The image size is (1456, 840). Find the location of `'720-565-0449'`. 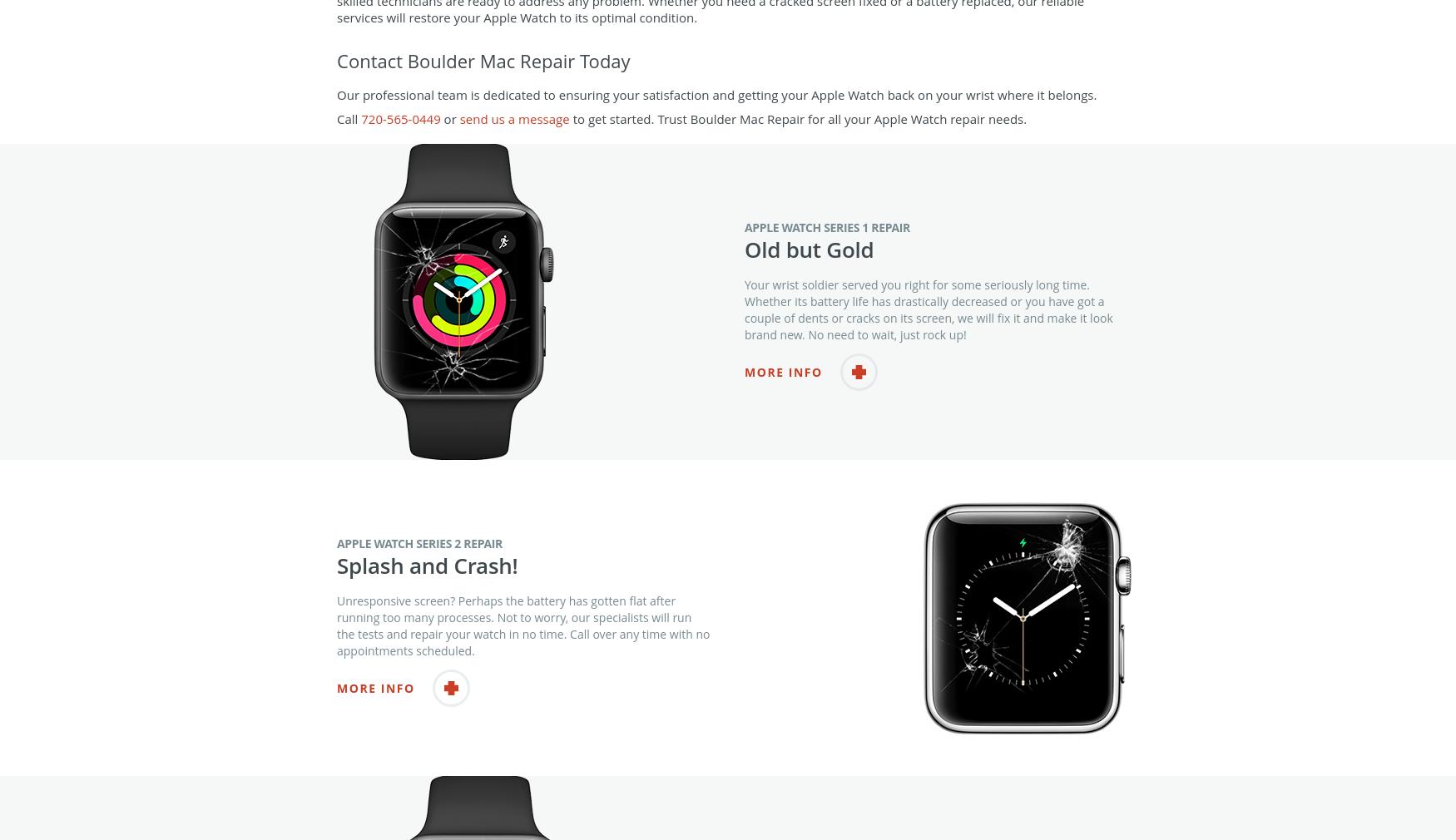

'720-565-0449' is located at coordinates (400, 151).